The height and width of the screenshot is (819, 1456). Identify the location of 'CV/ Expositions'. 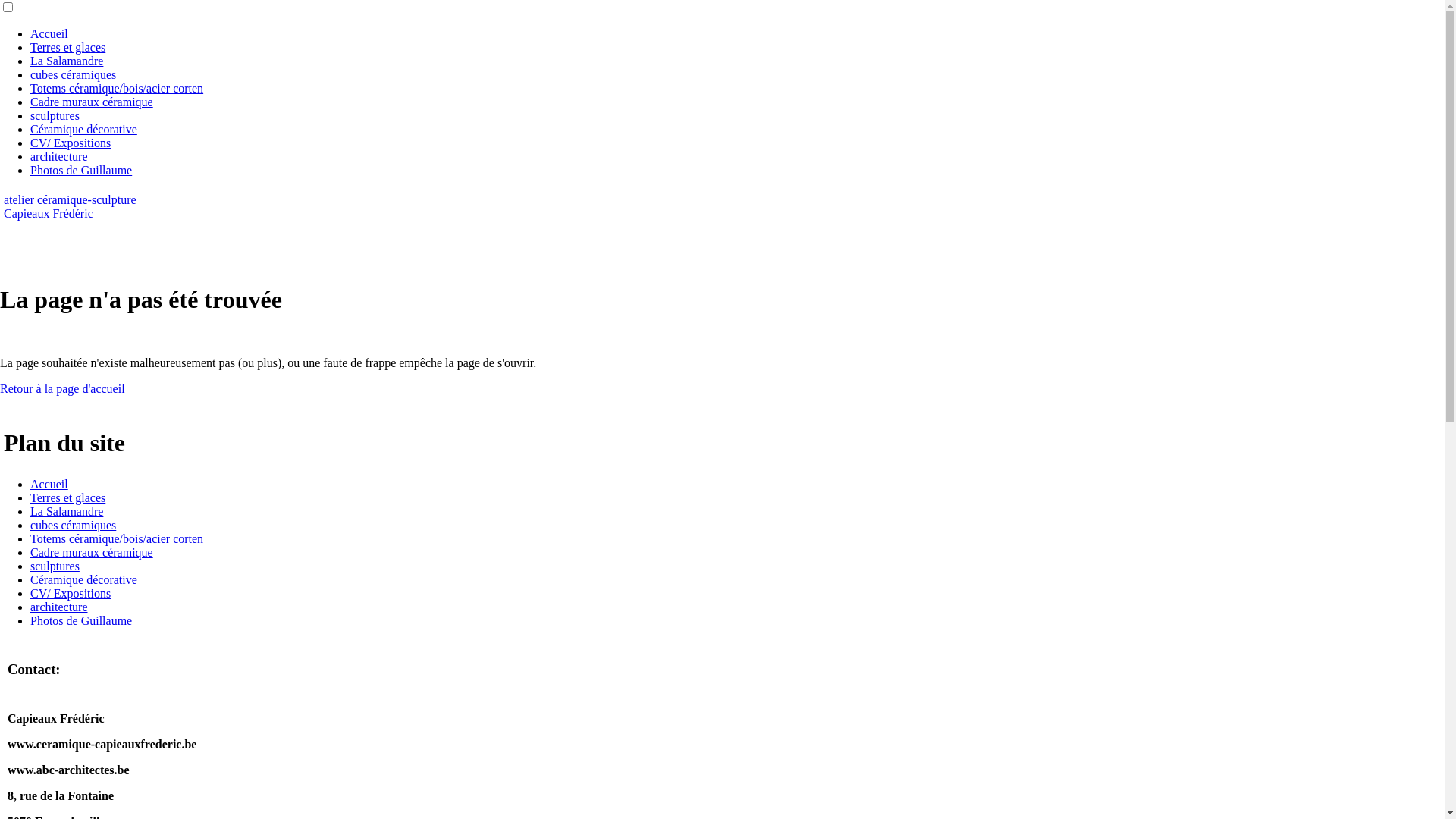
(69, 592).